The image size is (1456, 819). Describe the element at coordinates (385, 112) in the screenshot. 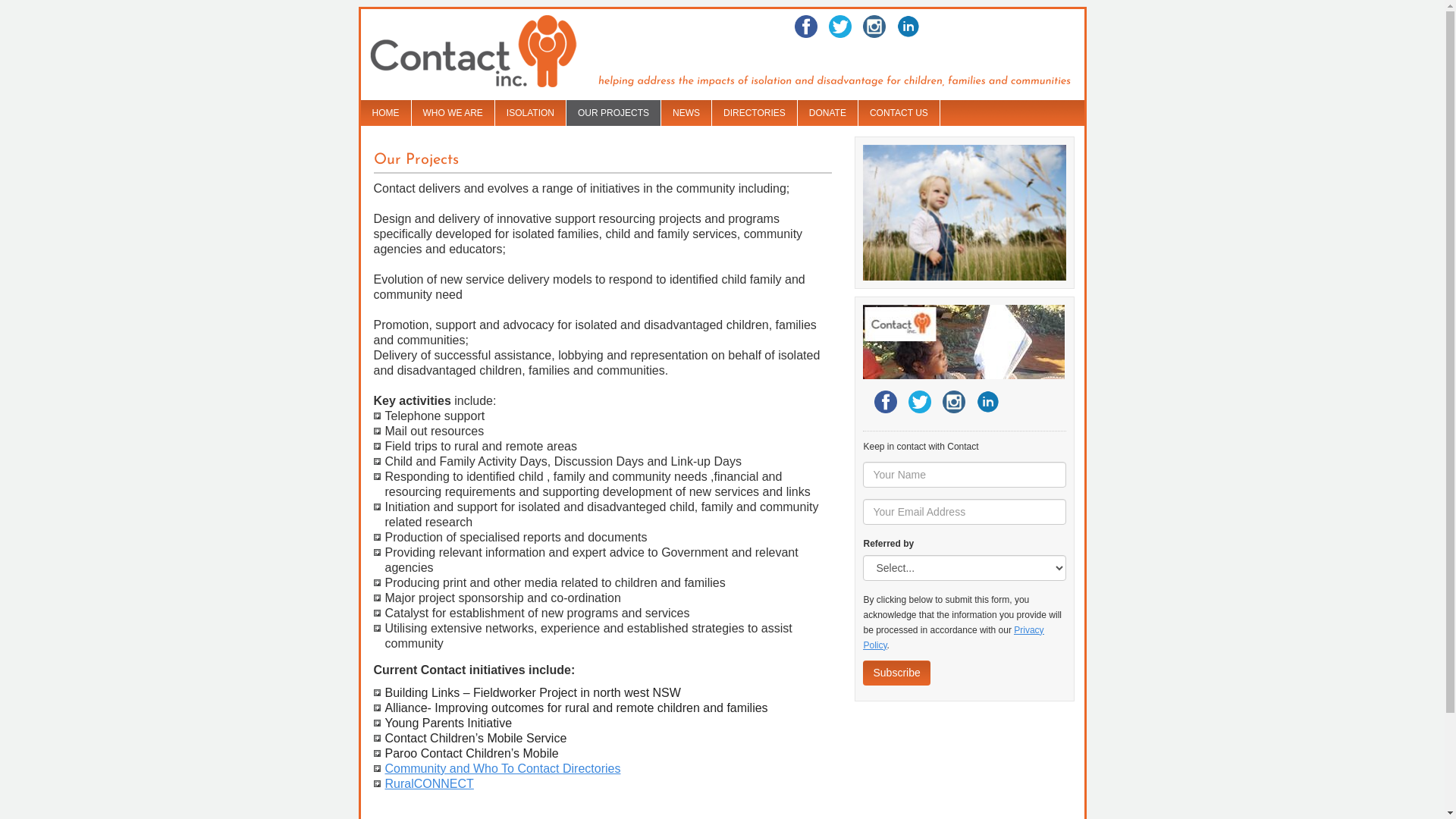

I see `'HOME'` at that location.